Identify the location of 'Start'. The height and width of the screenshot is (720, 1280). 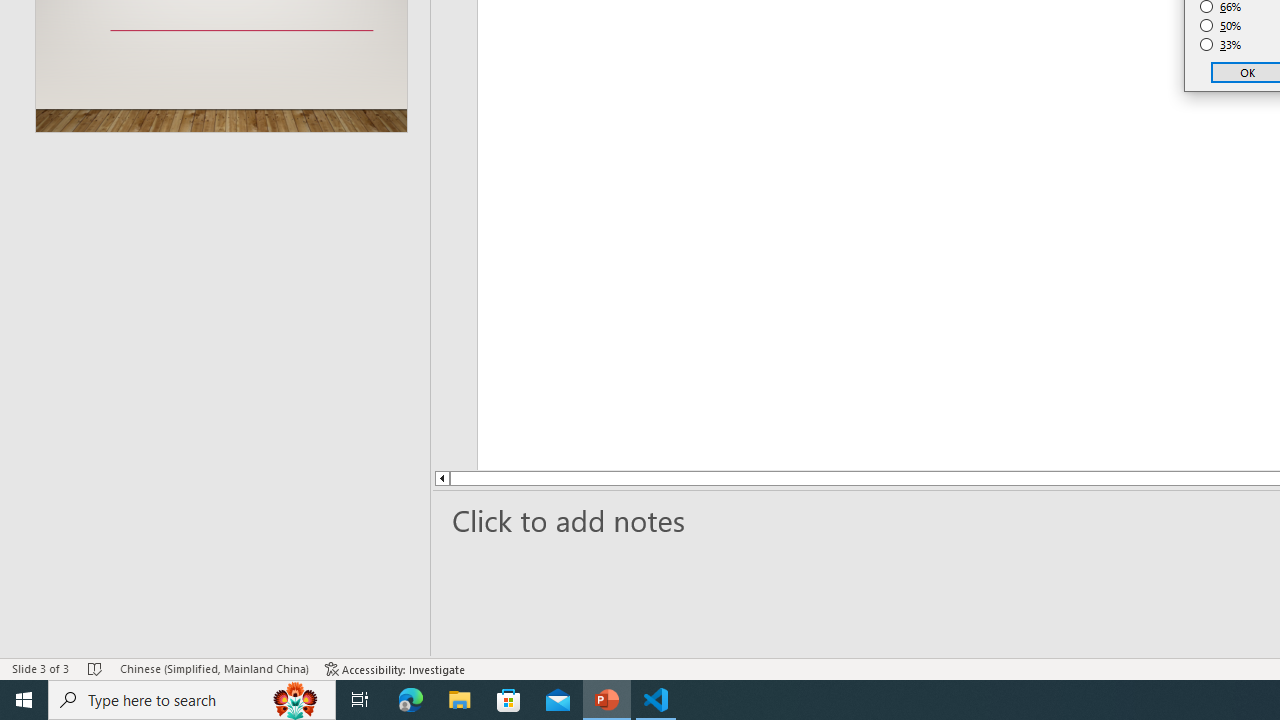
(24, 698).